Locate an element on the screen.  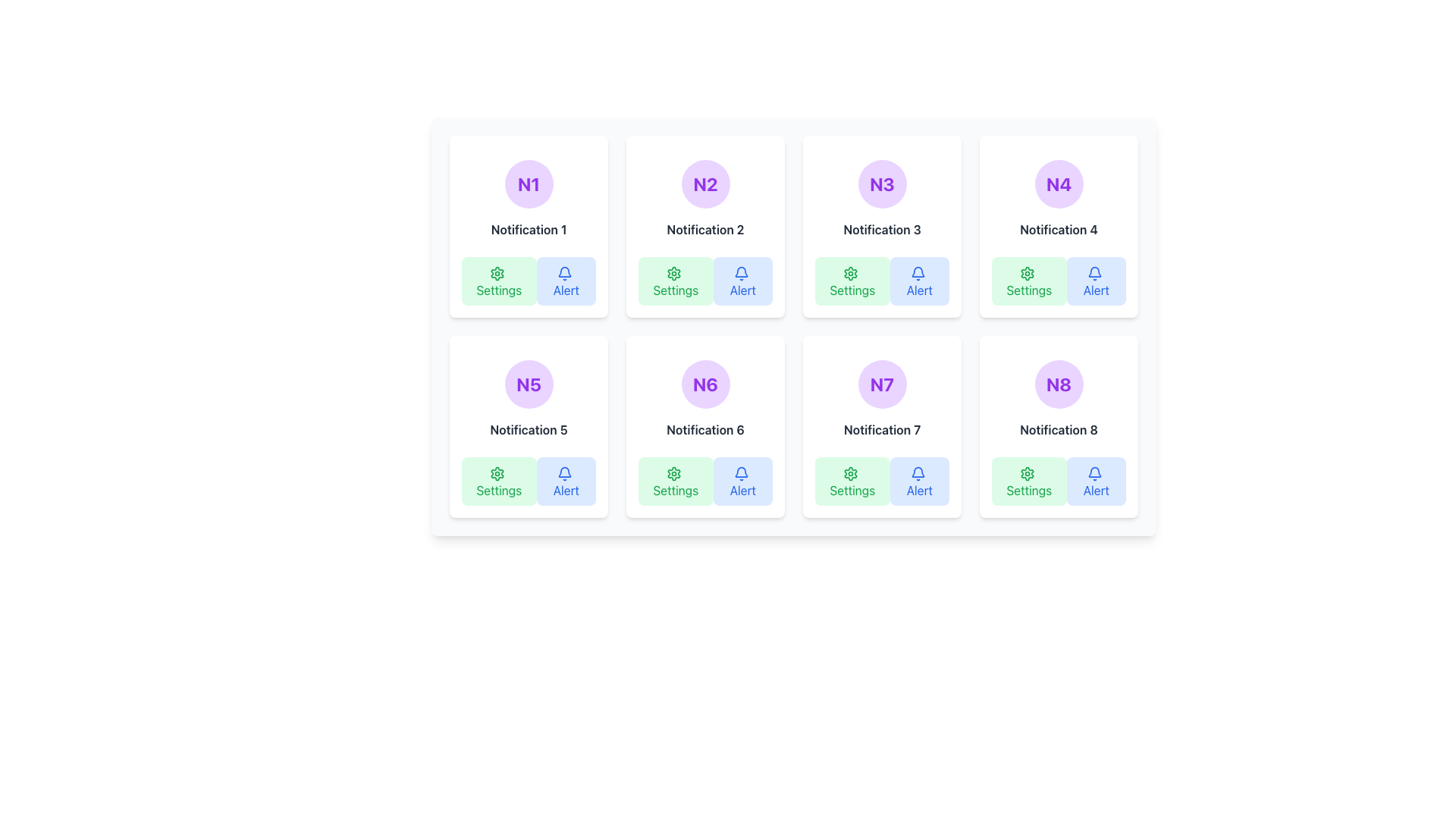
the alert button located to the right of the 'Settings' button within the 'Notification 4' card is located at coordinates (1096, 281).